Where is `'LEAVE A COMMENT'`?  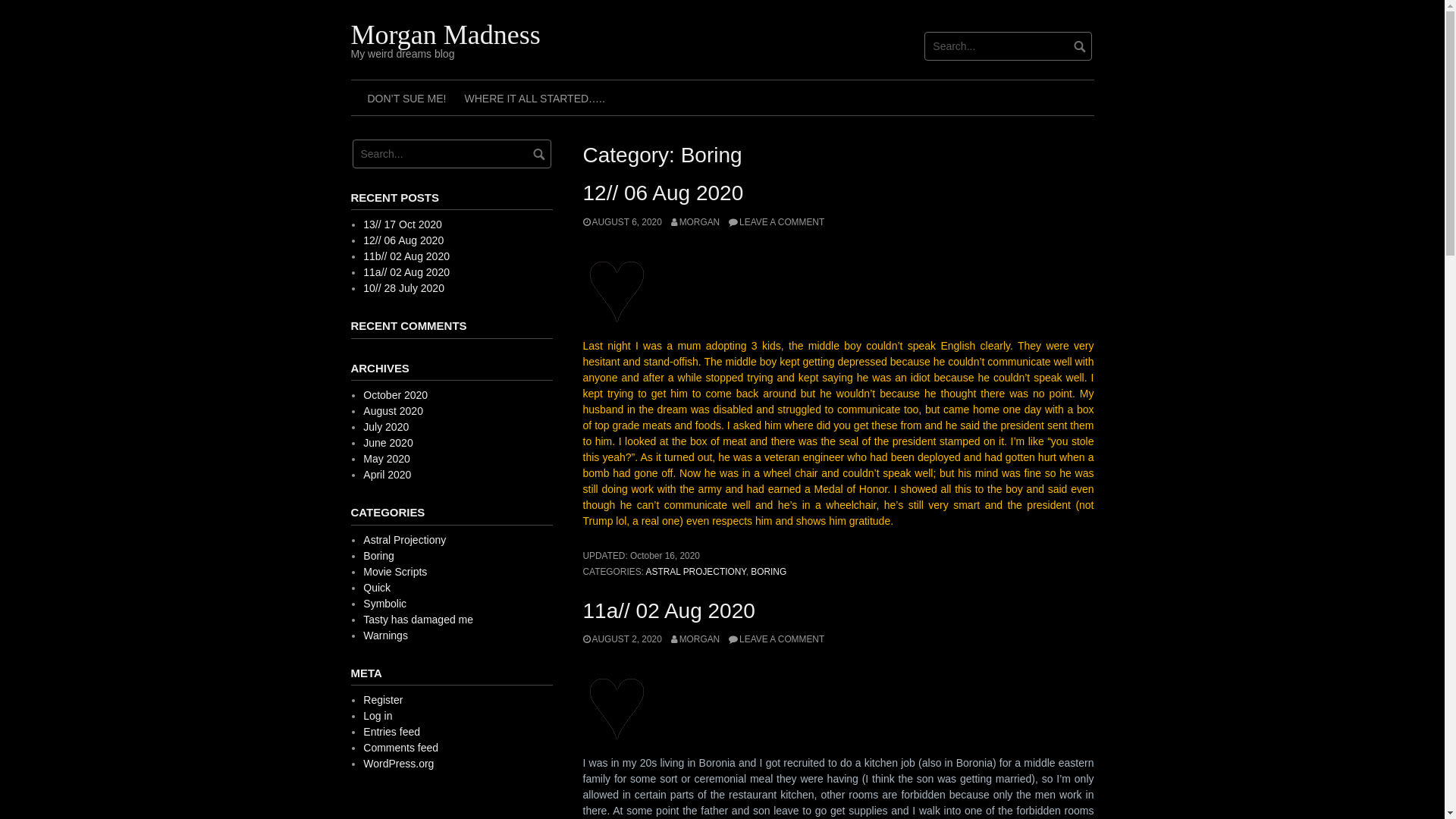
'LEAVE A COMMENT' is located at coordinates (776, 639).